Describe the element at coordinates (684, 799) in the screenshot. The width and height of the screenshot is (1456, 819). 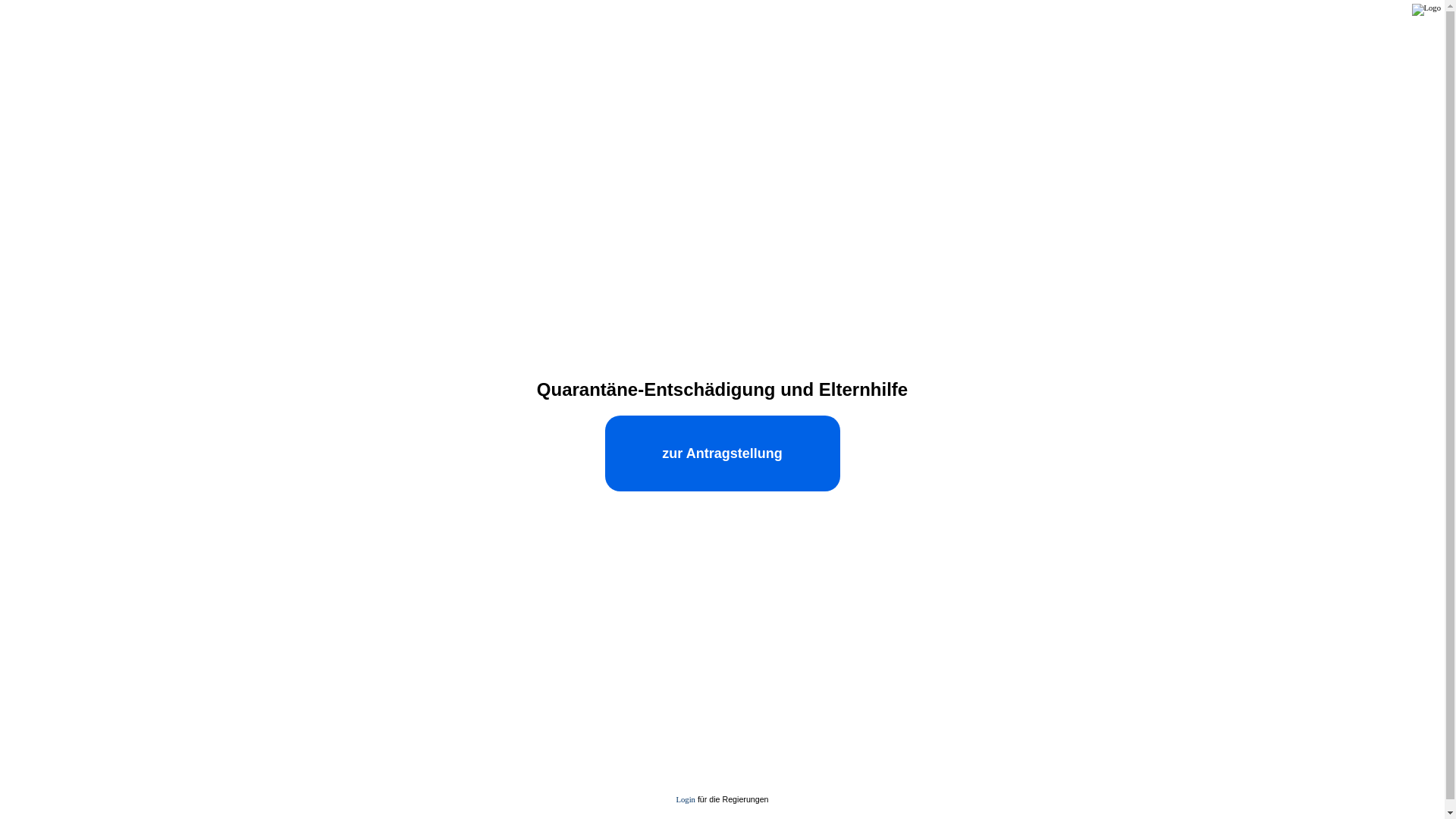
I see `'Login'` at that location.